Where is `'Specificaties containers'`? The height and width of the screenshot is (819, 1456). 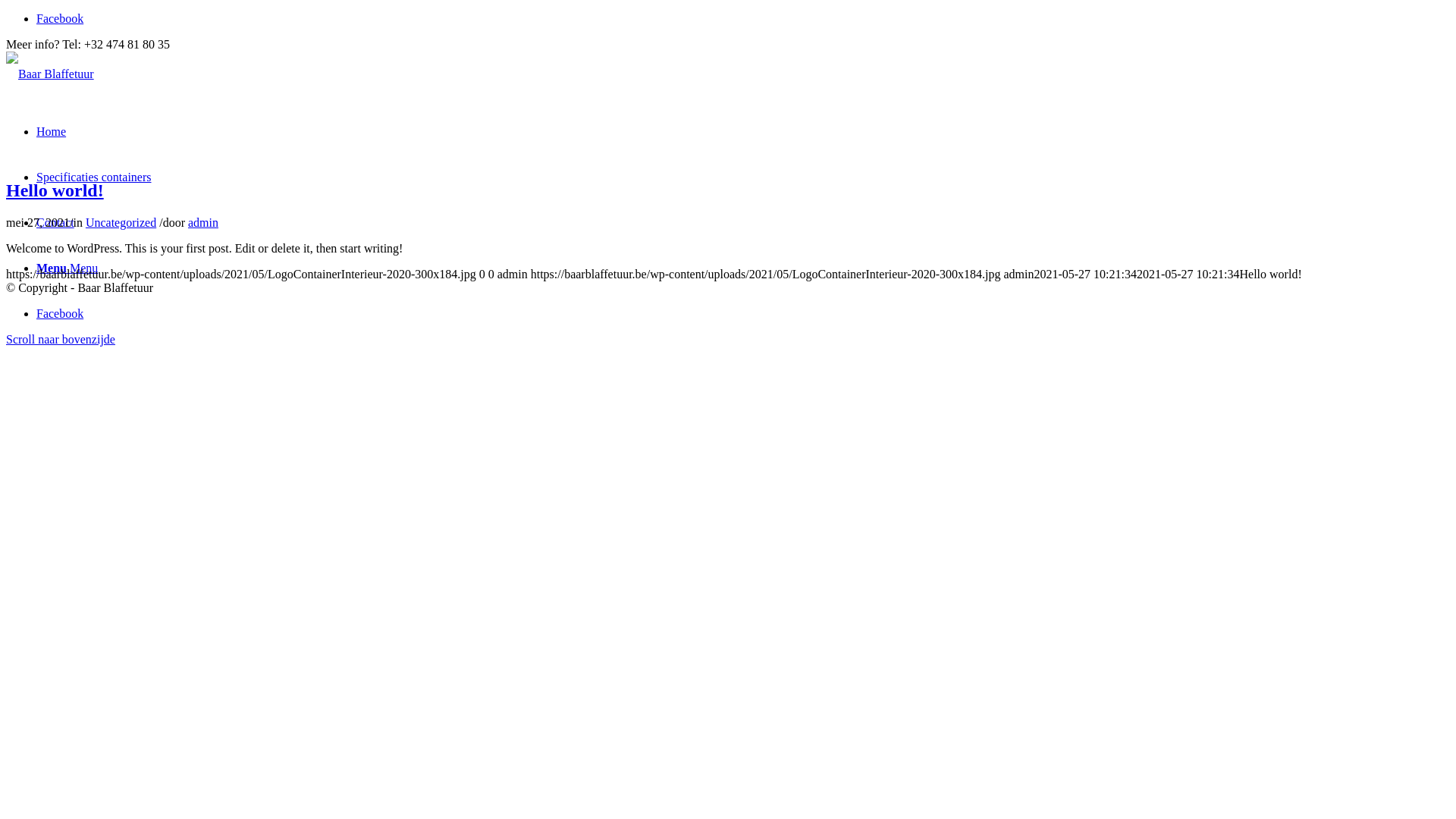 'Specificaties containers' is located at coordinates (93, 176).